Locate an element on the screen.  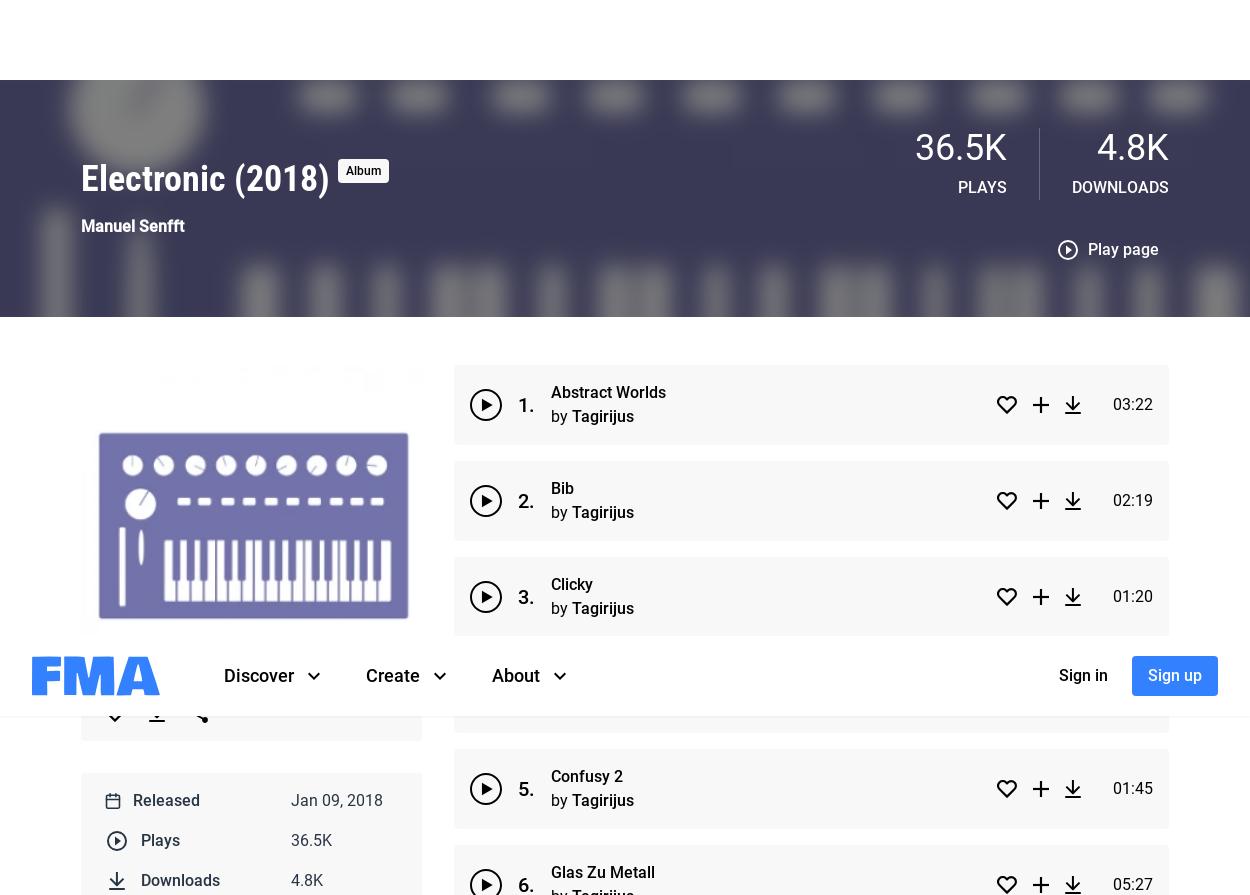
'Glas Zu Metall' is located at coordinates (602, 236).